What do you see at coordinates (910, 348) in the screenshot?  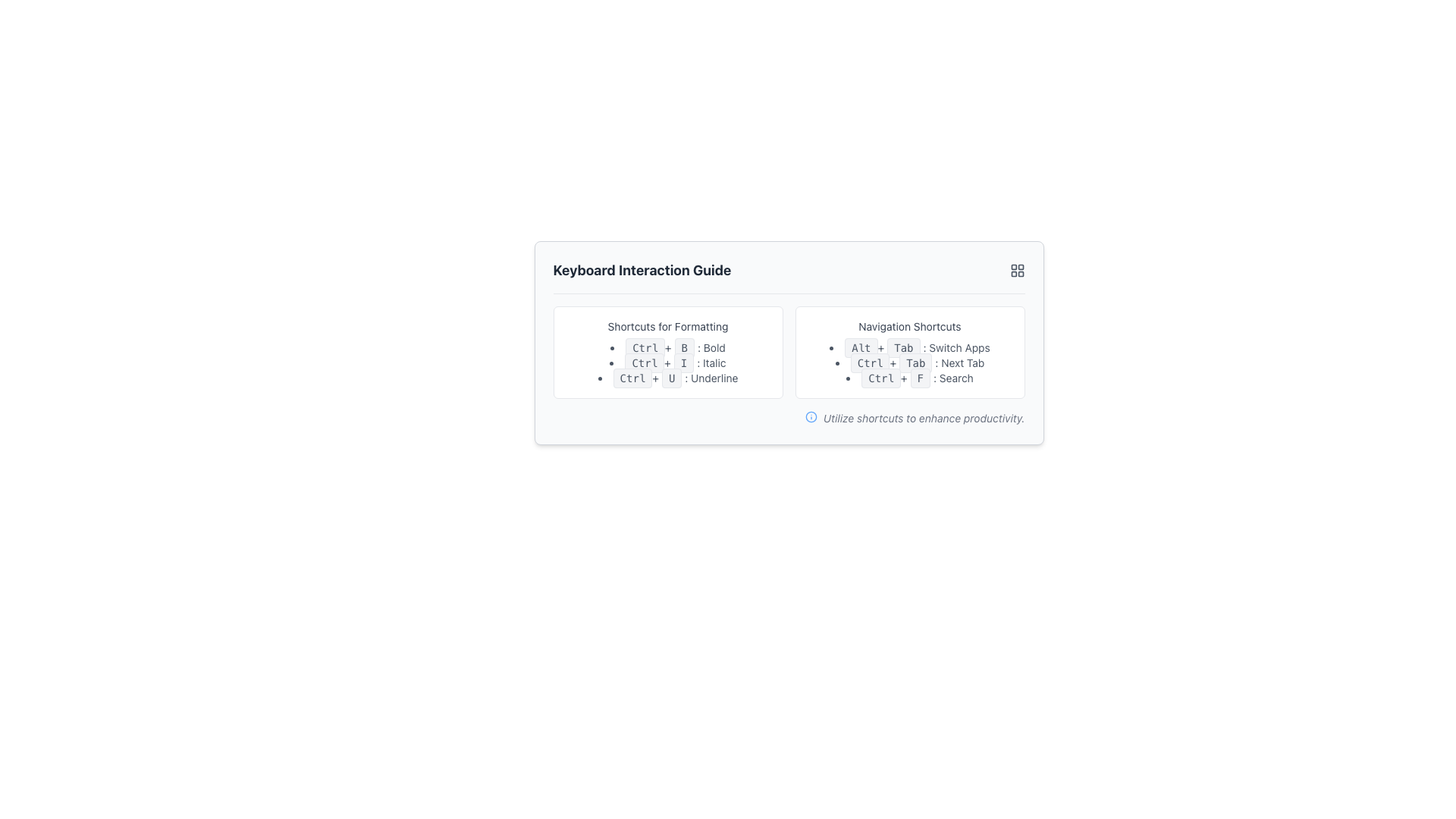 I see `the list item displaying 'Alt+Tab: Switch Apps', which includes styled keys 'Alt' and 'Tab' as buttons with a light gray background` at bounding box center [910, 348].